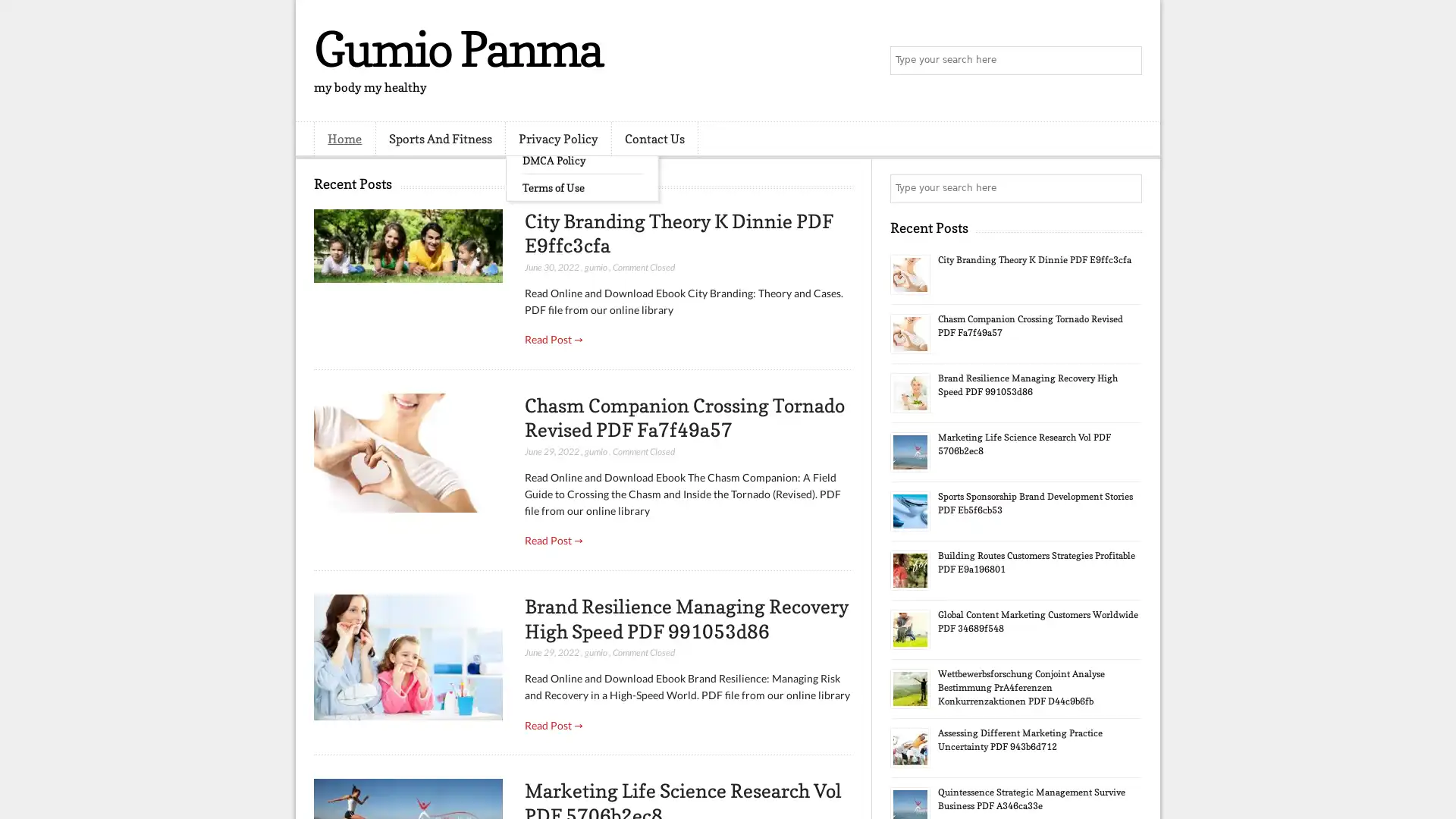 This screenshot has height=819, width=1456. What do you see at coordinates (1126, 61) in the screenshot?
I see `Search` at bounding box center [1126, 61].